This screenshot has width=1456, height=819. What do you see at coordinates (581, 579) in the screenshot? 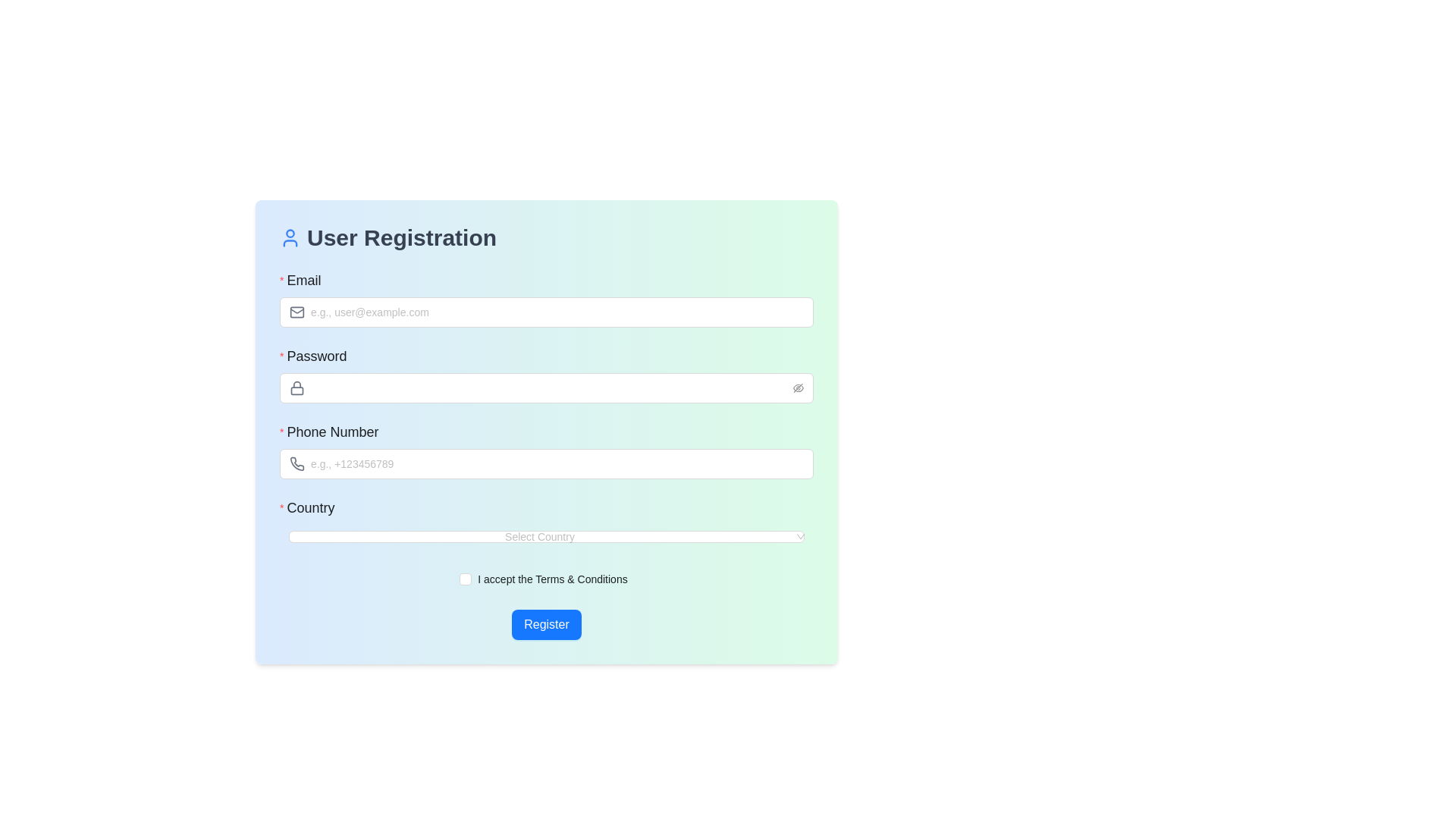
I see `the hyperlinked text labeled 'Terms & Conditions'` at bounding box center [581, 579].